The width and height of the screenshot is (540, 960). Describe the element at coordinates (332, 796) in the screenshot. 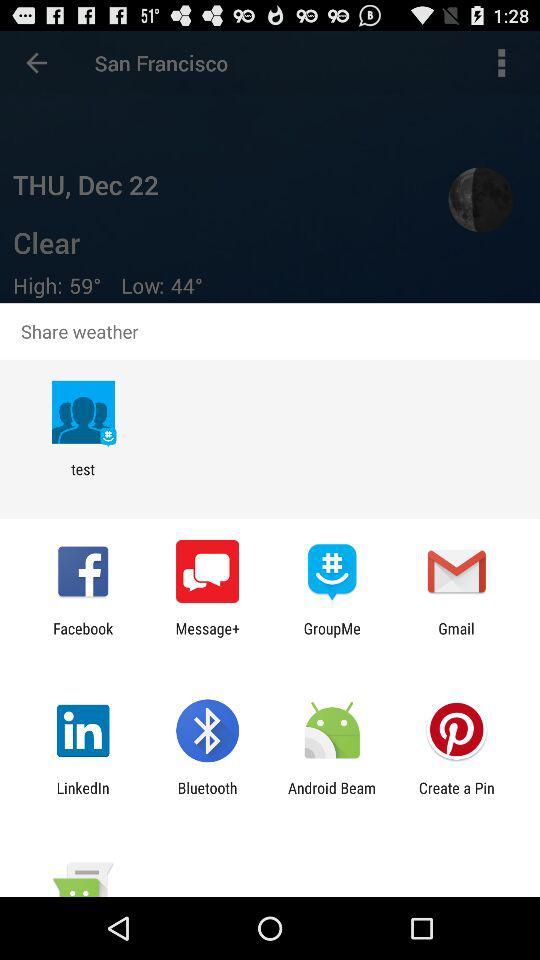

I see `the app next to the create a pin icon` at that location.